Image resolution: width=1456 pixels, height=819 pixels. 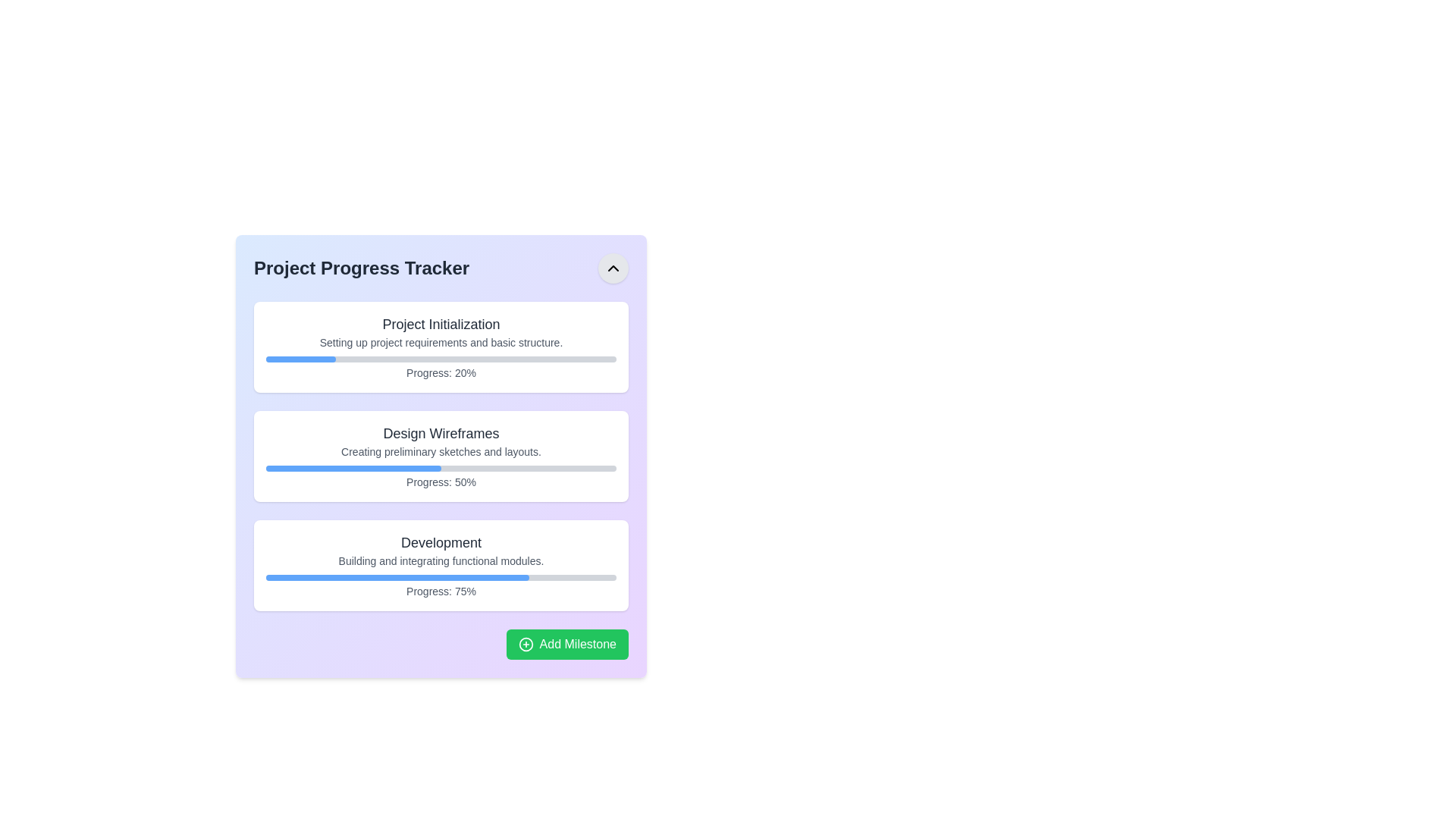 I want to click on the progress visually by focusing on the progress bar that represents the completion level of the 'Project Initialization' task, located within the white card labeled 'Project Initialization', so click(x=440, y=359).